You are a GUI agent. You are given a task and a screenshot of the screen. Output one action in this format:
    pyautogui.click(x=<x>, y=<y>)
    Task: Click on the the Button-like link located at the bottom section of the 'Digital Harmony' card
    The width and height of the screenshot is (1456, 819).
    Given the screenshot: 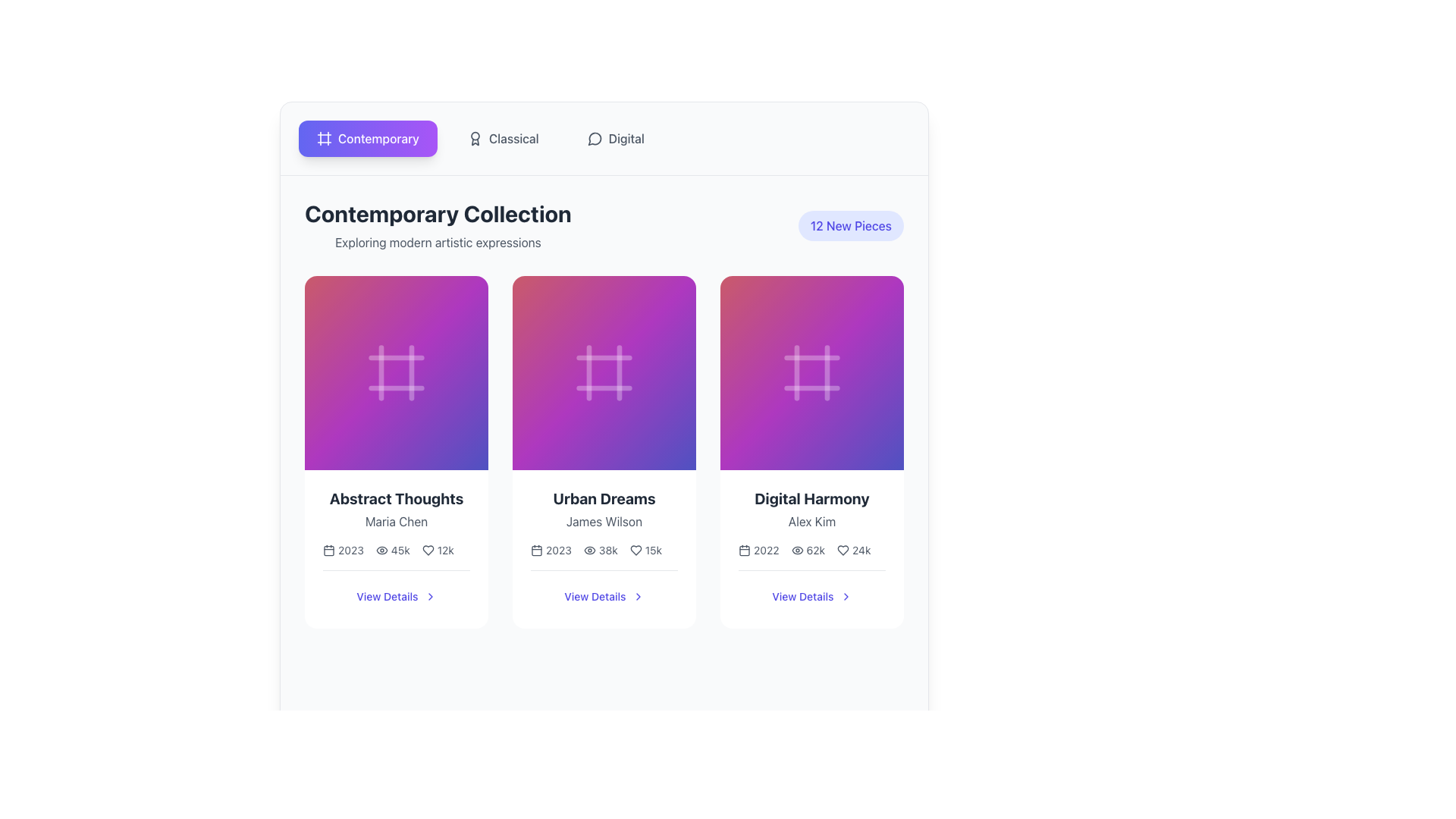 What is the action you would take?
    pyautogui.click(x=811, y=595)
    